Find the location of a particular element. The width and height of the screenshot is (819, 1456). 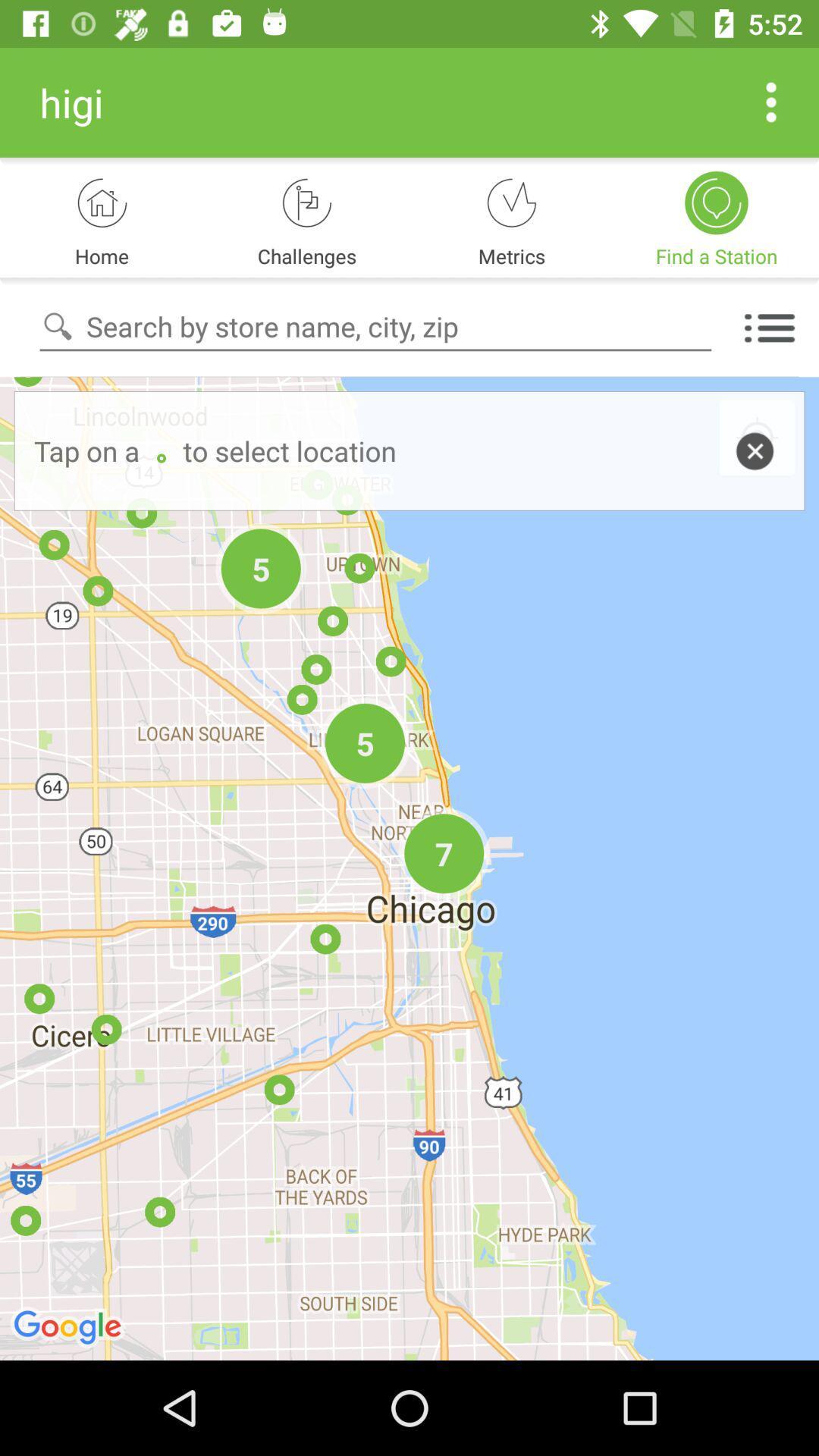

the close icon is located at coordinates (755, 450).